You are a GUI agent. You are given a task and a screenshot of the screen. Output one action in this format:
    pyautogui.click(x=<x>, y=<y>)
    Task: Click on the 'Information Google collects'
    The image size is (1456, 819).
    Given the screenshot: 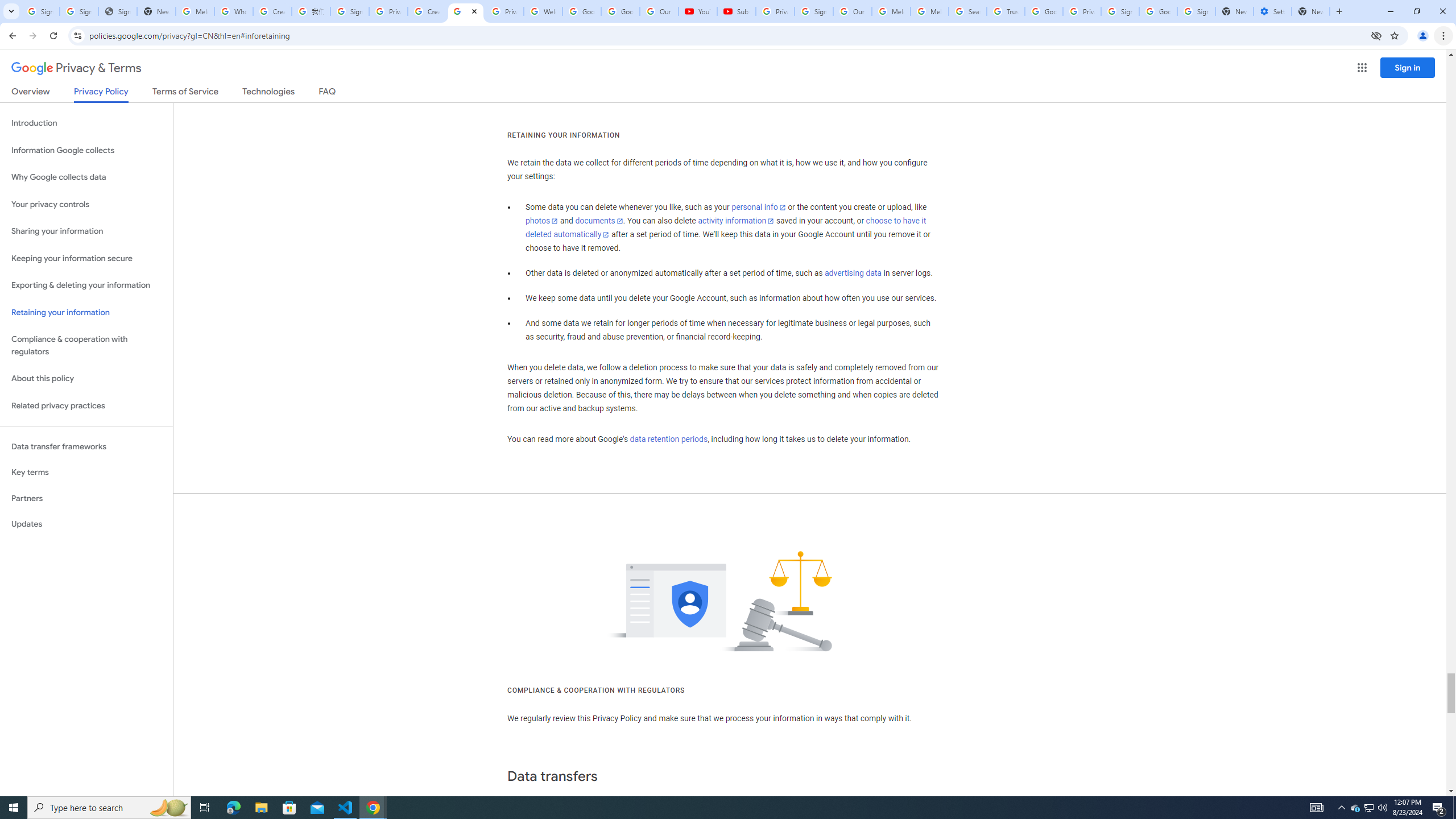 What is the action you would take?
    pyautogui.click(x=86, y=150)
    